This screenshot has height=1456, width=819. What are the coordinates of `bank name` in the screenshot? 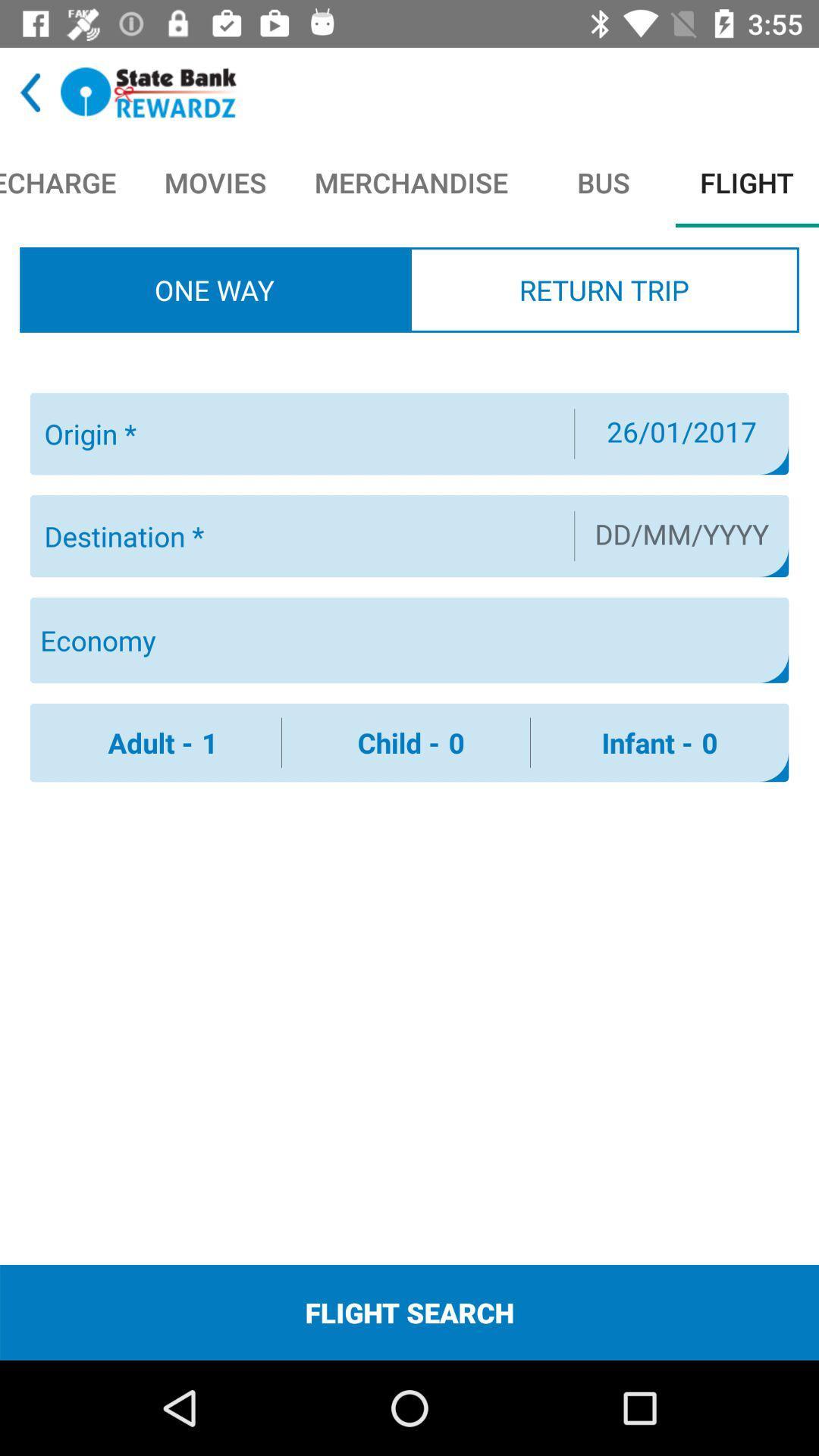 It's located at (149, 92).